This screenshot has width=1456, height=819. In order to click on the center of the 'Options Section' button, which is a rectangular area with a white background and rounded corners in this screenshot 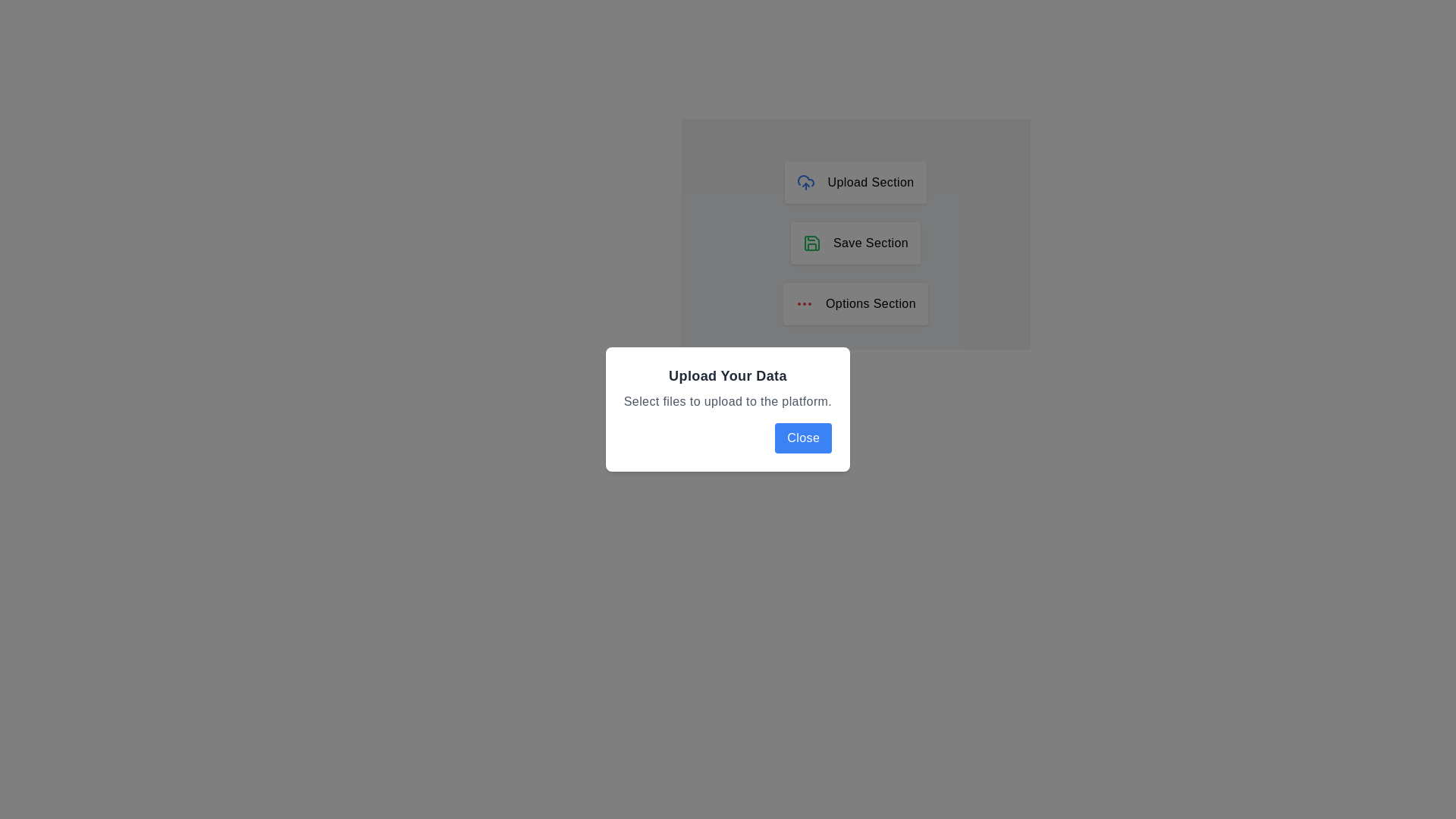, I will do `click(855, 304)`.